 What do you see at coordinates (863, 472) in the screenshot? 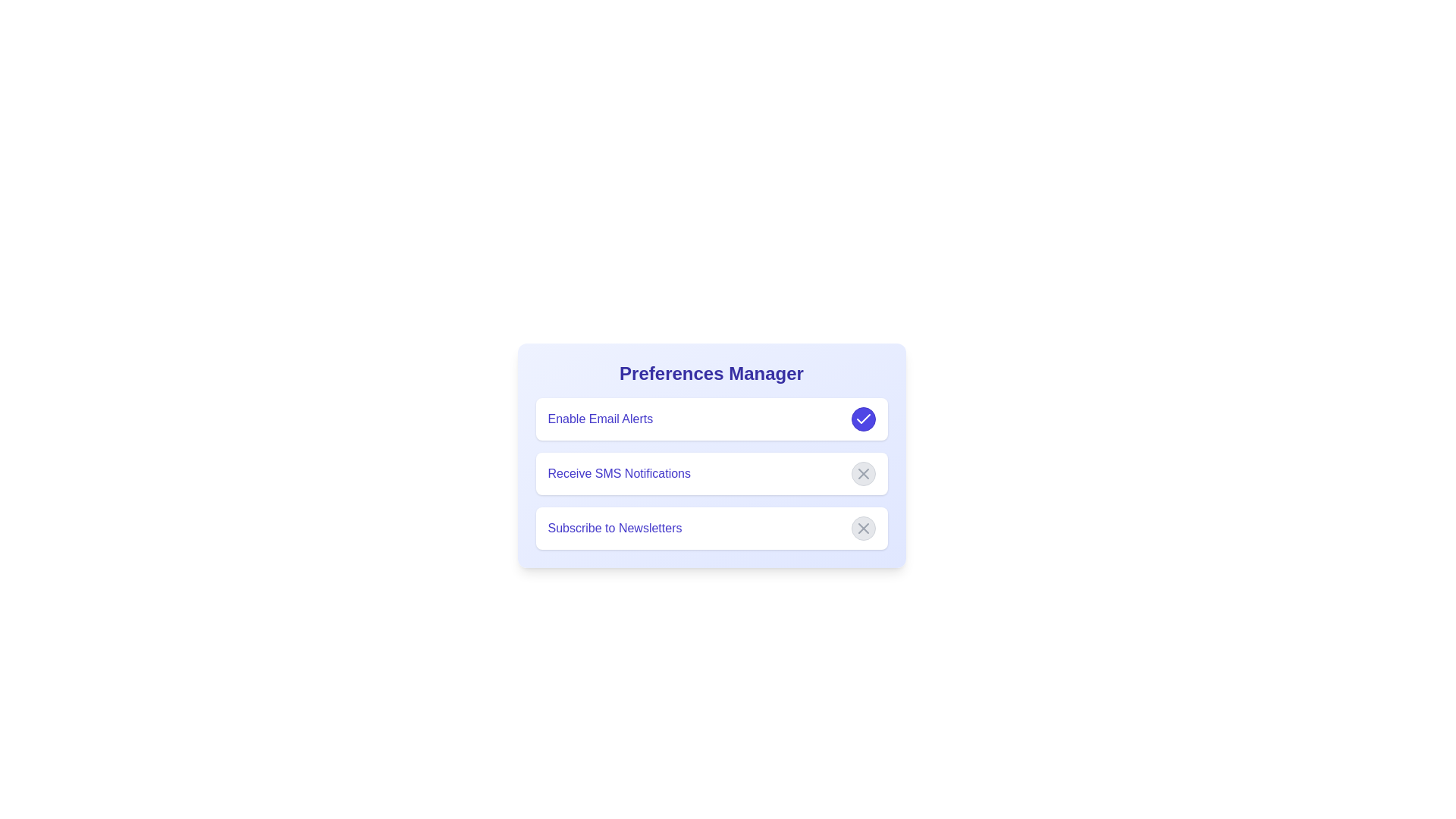
I see `the gray 'X' icon located on the far right of the third row in the 'Preferences Manager' settings menu` at bounding box center [863, 472].